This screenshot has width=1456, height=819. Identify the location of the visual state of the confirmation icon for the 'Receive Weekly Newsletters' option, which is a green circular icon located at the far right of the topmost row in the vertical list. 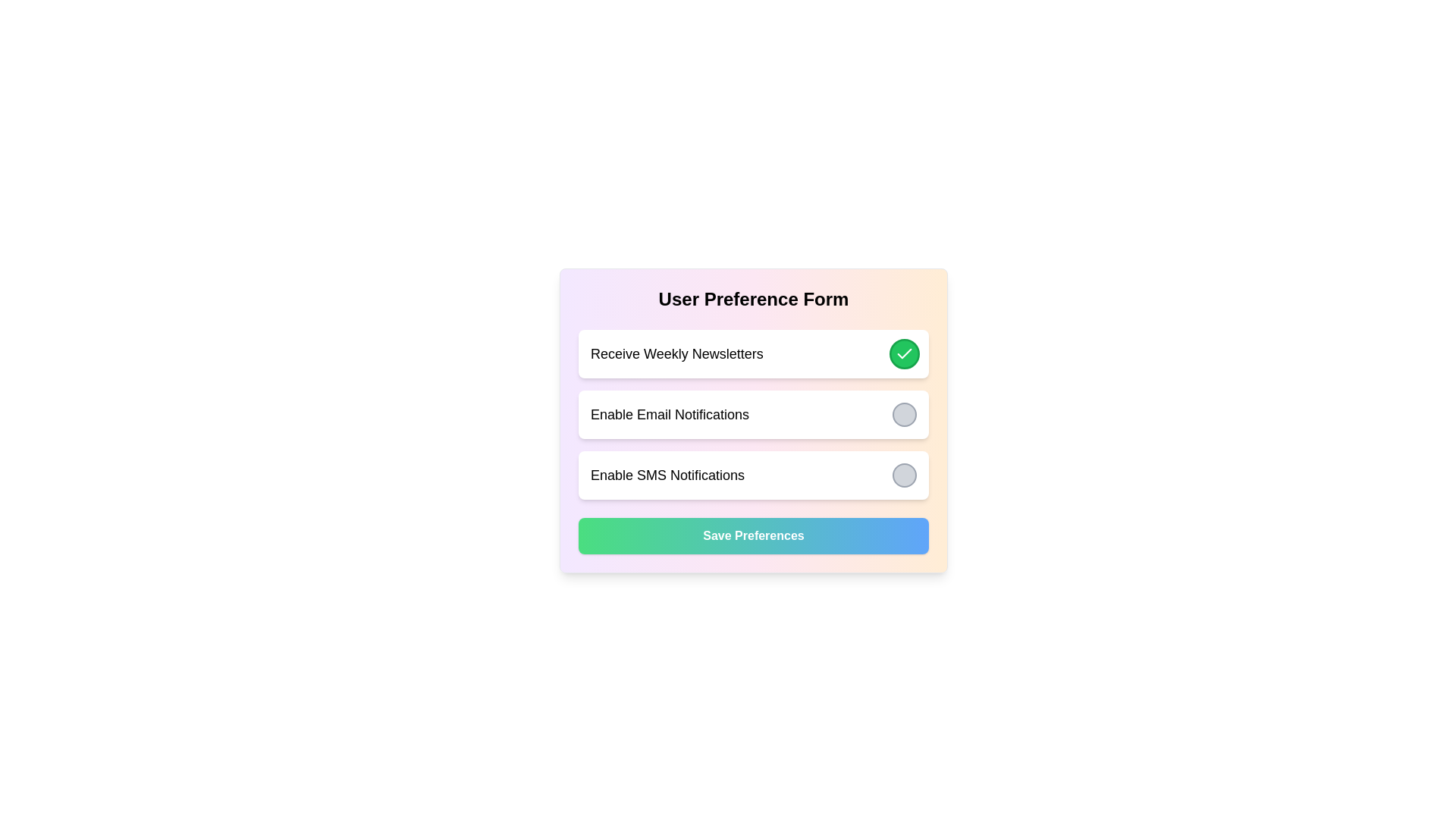
(905, 353).